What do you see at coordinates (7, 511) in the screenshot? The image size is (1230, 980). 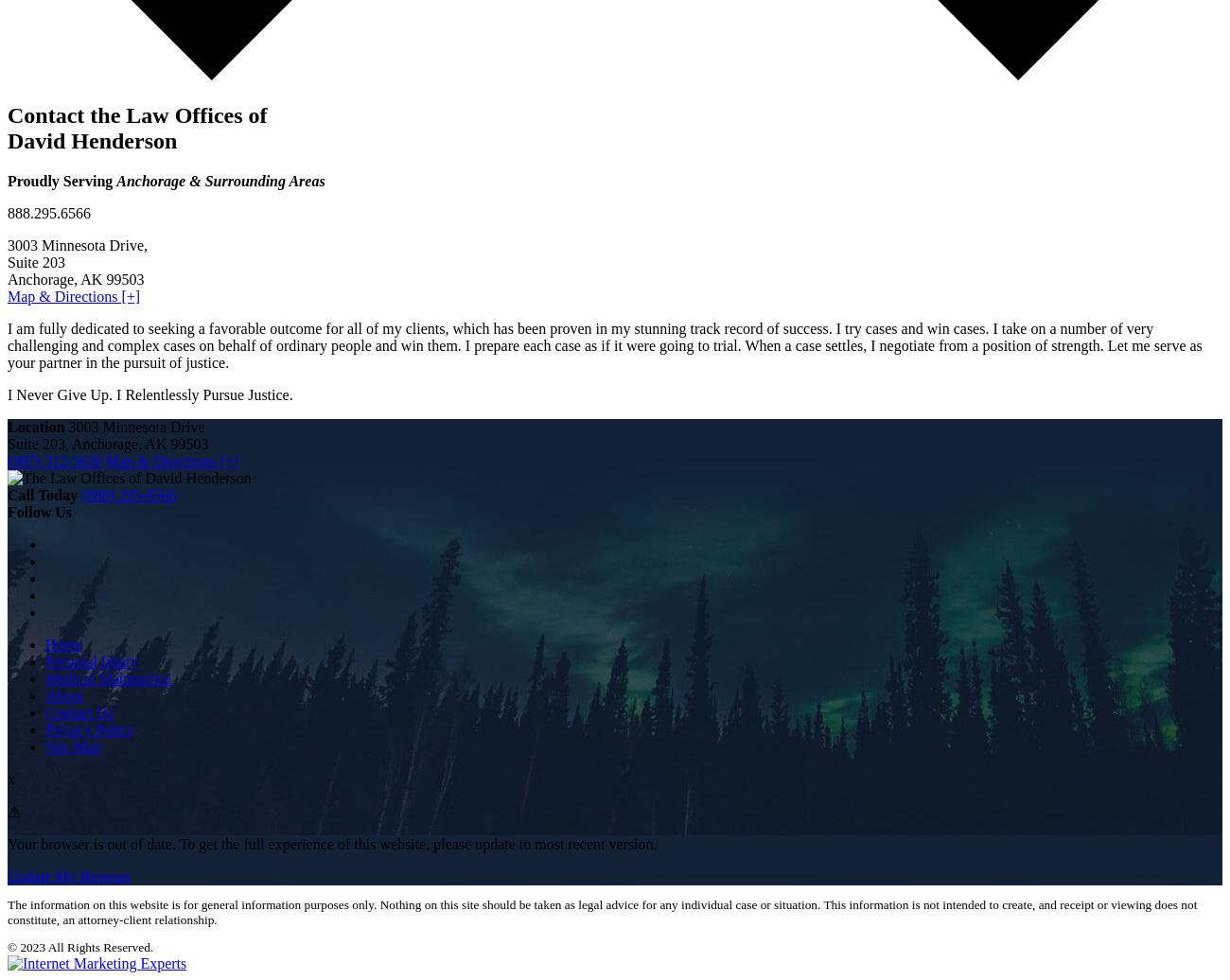 I see `'Follow Us'` at bounding box center [7, 511].